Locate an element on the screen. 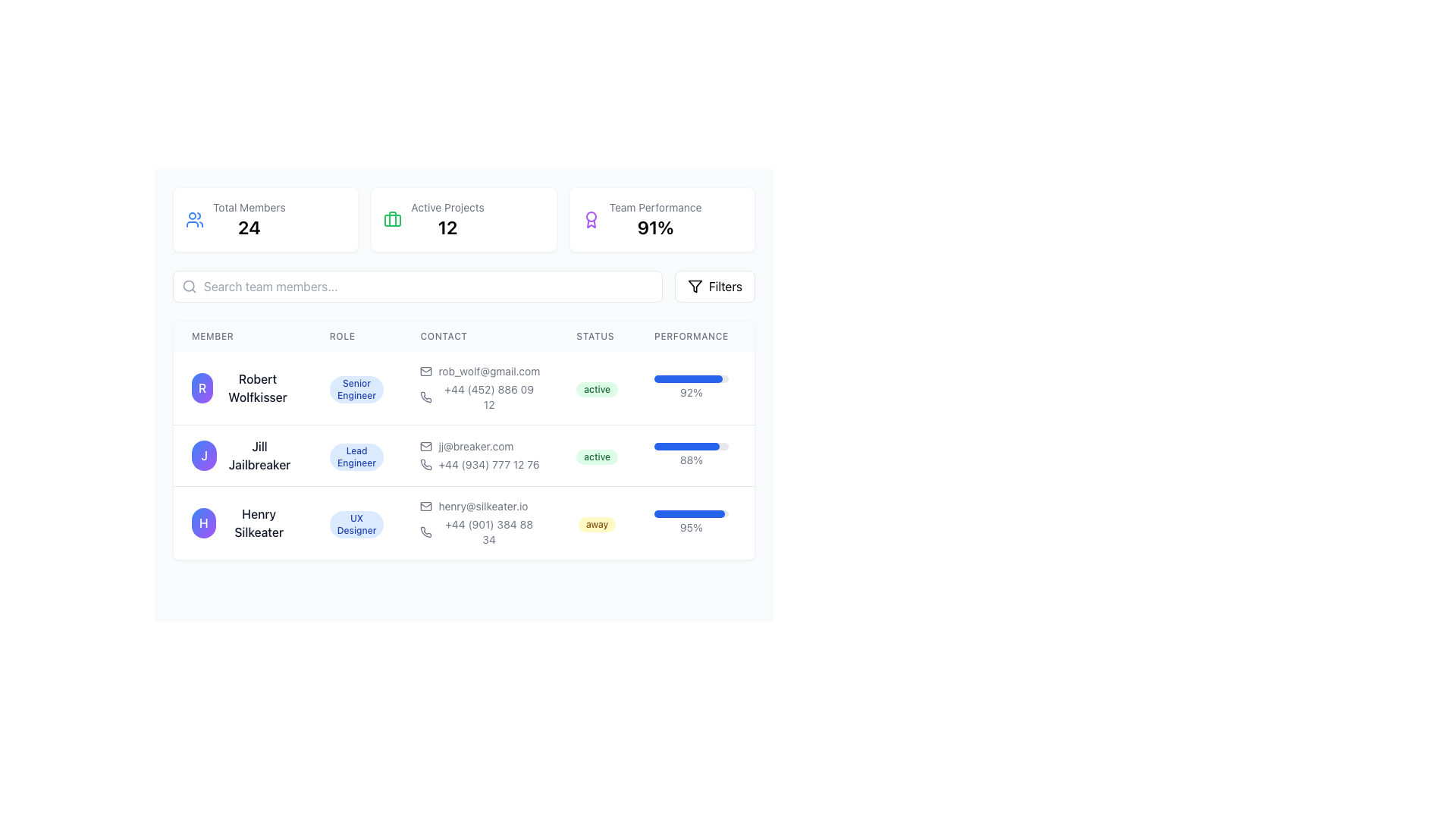 This screenshot has height=819, width=1456. the text label displaying the performance percentage value in the 'PERFORMANCE' column of the second row of the data table, which is located to the right of a blue progress bar is located at coordinates (691, 459).